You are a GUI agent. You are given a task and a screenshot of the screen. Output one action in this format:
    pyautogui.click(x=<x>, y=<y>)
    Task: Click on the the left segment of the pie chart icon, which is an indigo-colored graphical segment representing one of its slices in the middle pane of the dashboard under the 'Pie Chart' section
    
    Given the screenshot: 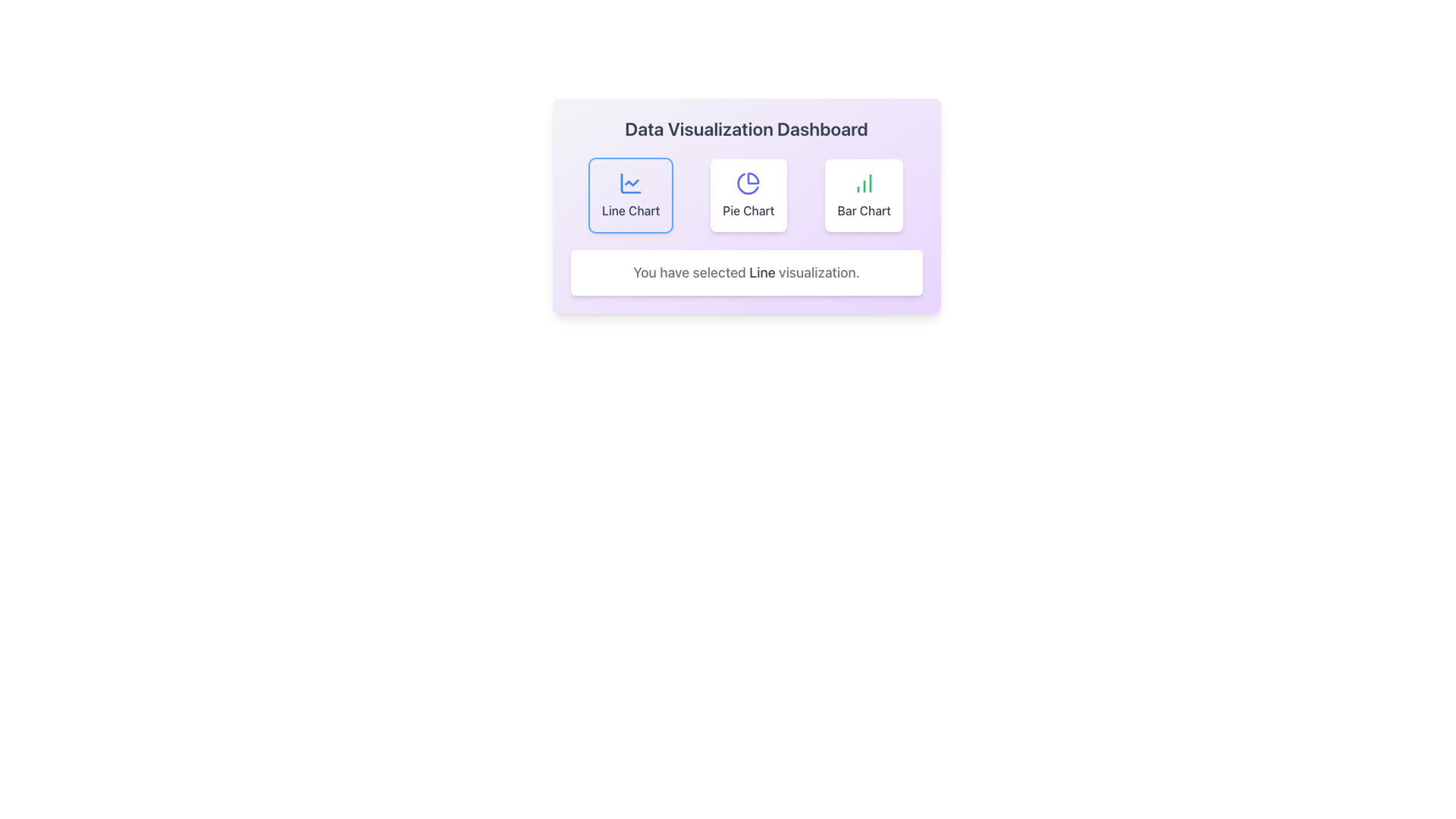 What is the action you would take?
    pyautogui.click(x=753, y=177)
    